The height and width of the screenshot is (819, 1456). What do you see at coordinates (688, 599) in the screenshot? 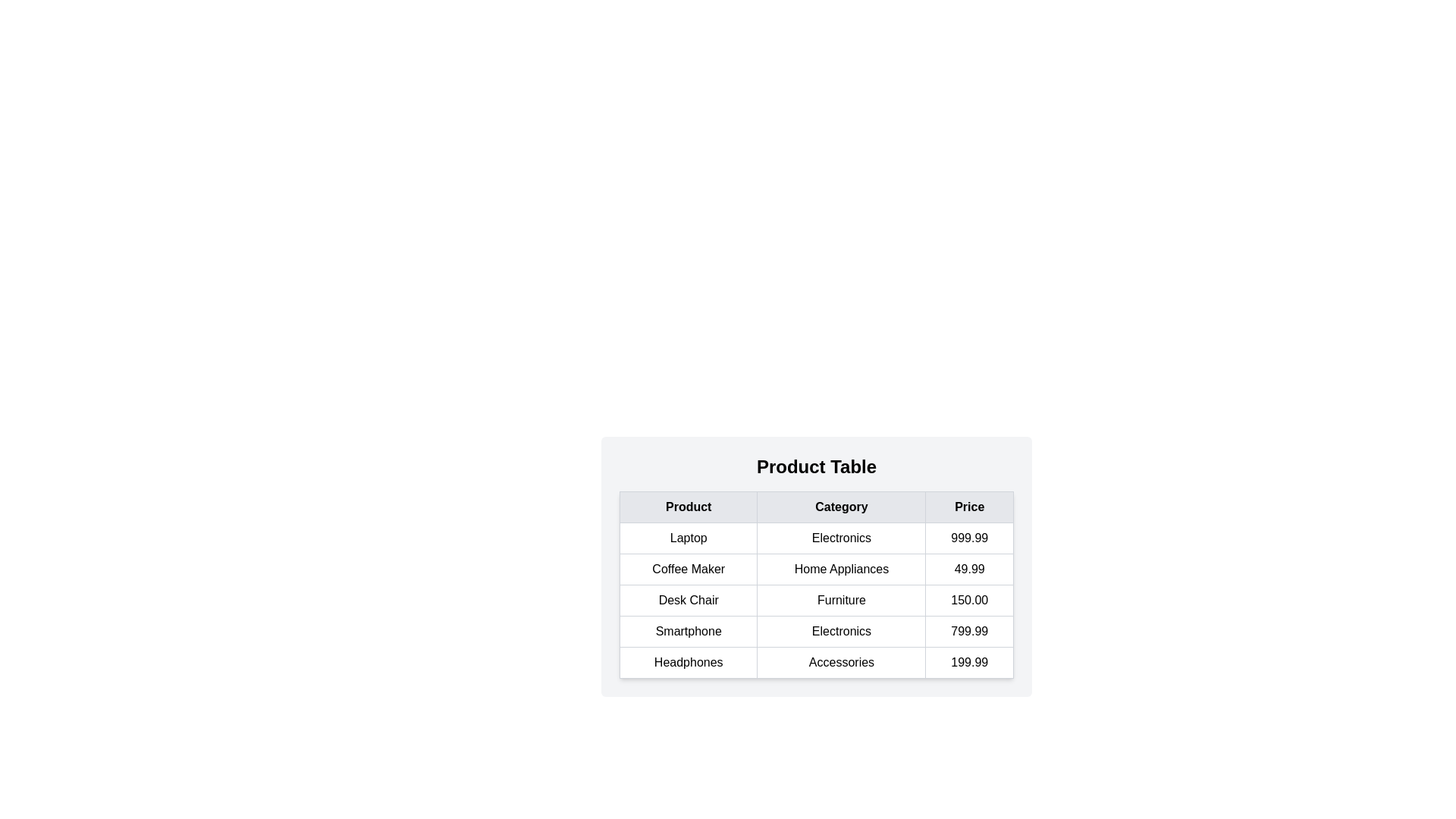
I see `the Static Text Label representing the product name 'Desk Chair' in the product table` at bounding box center [688, 599].